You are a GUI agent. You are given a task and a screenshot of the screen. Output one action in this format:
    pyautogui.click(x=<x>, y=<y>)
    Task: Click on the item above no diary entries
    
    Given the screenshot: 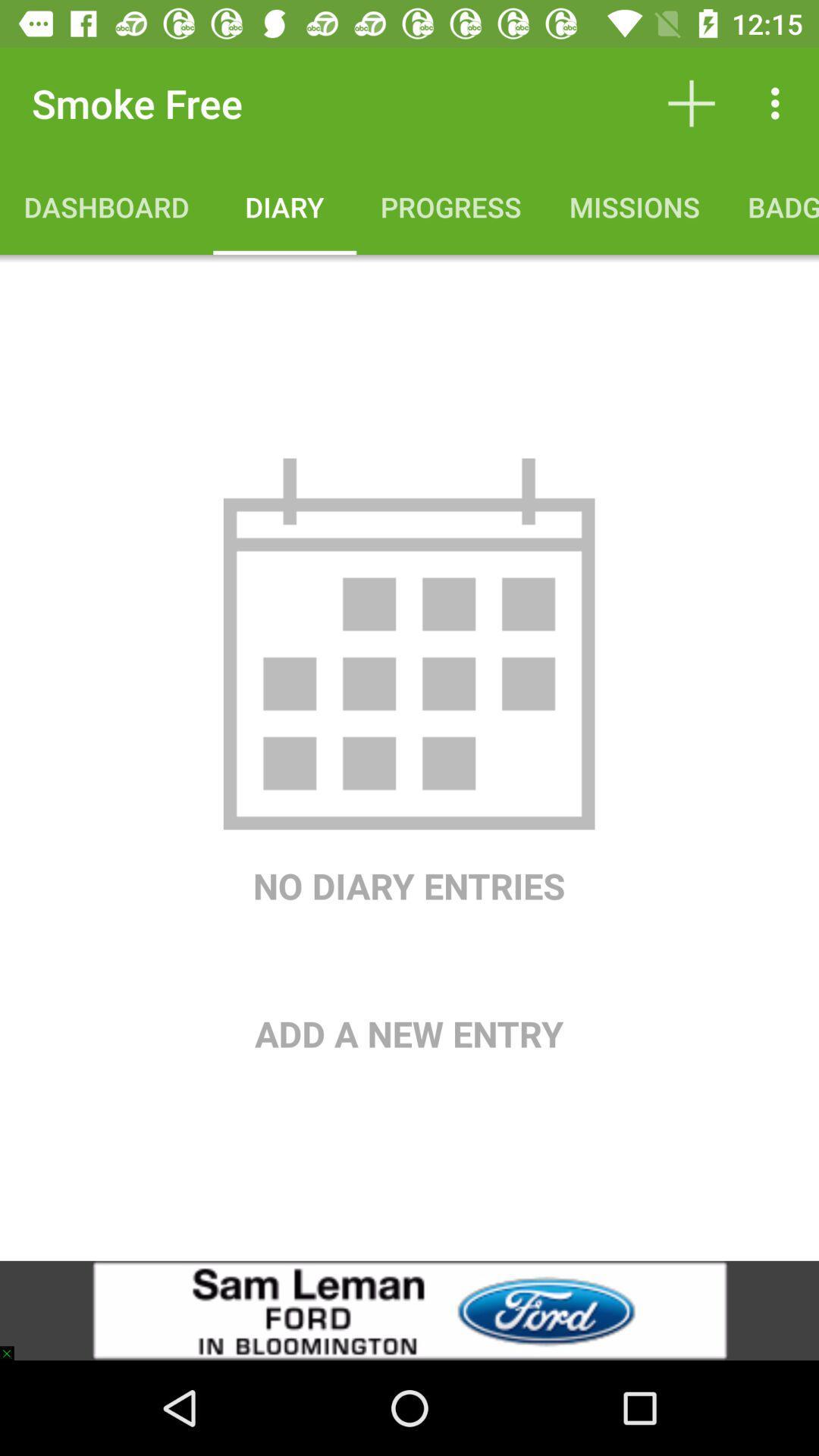 What is the action you would take?
    pyautogui.click(x=408, y=644)
    